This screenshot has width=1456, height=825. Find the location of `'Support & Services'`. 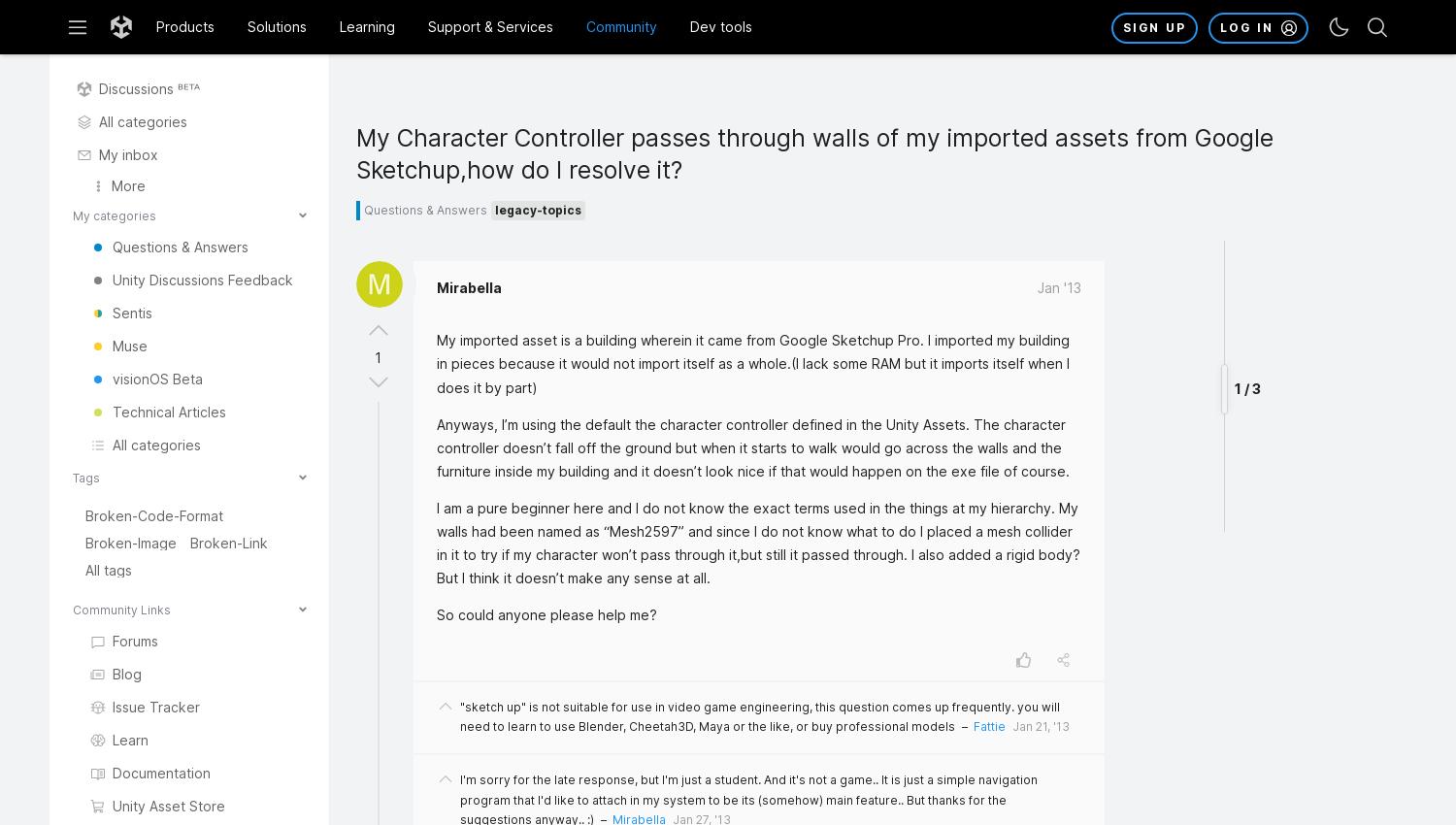

'Support & Services' is located at coordinates (489, 24).